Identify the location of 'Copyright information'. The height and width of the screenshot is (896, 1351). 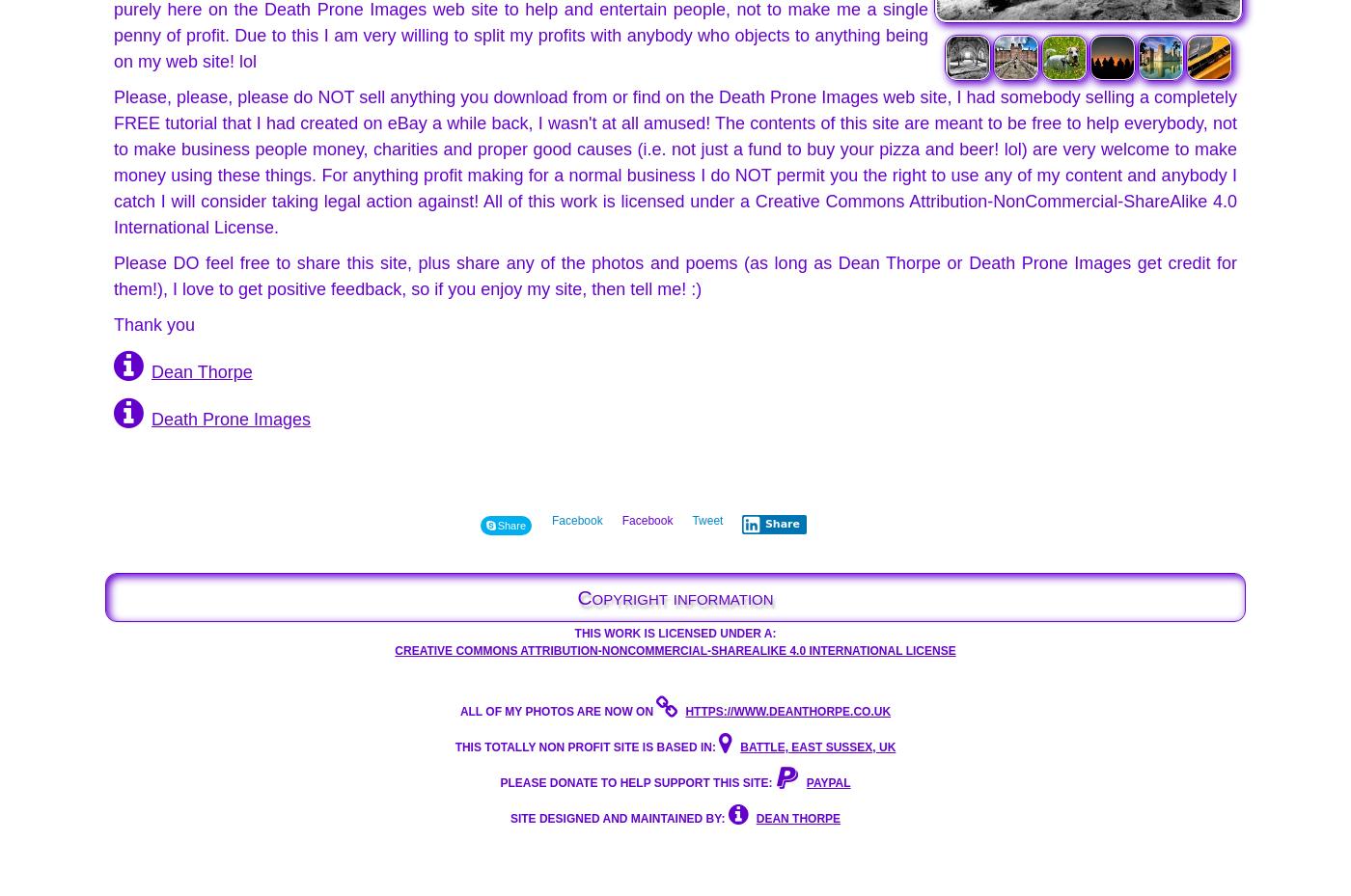
(675, 595).